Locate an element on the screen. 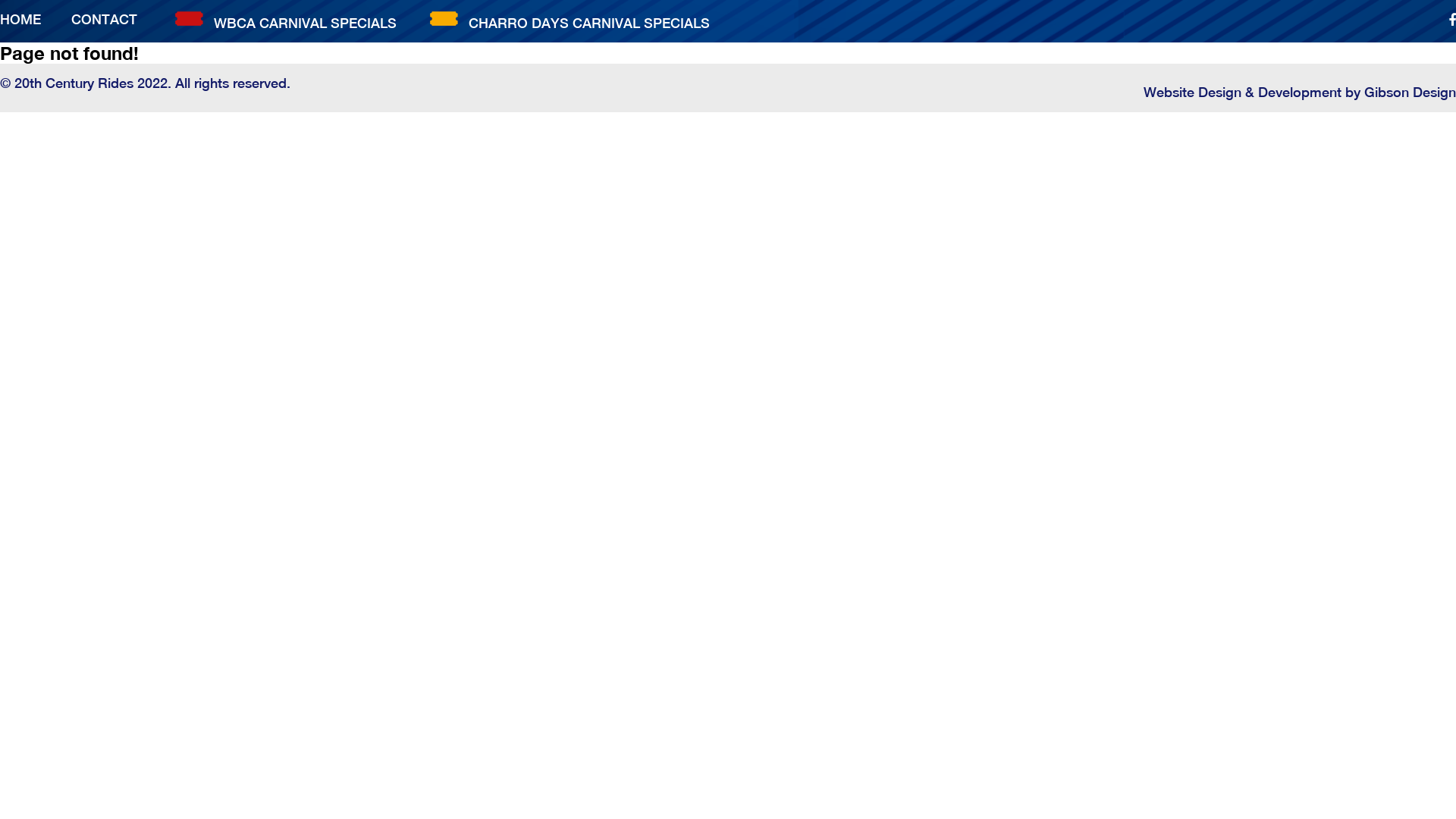 This screenshot has width=1456, height=819. 'CHARRO DAYS CARNIVAL SPECIALS' is located at coordinates (588, 23).